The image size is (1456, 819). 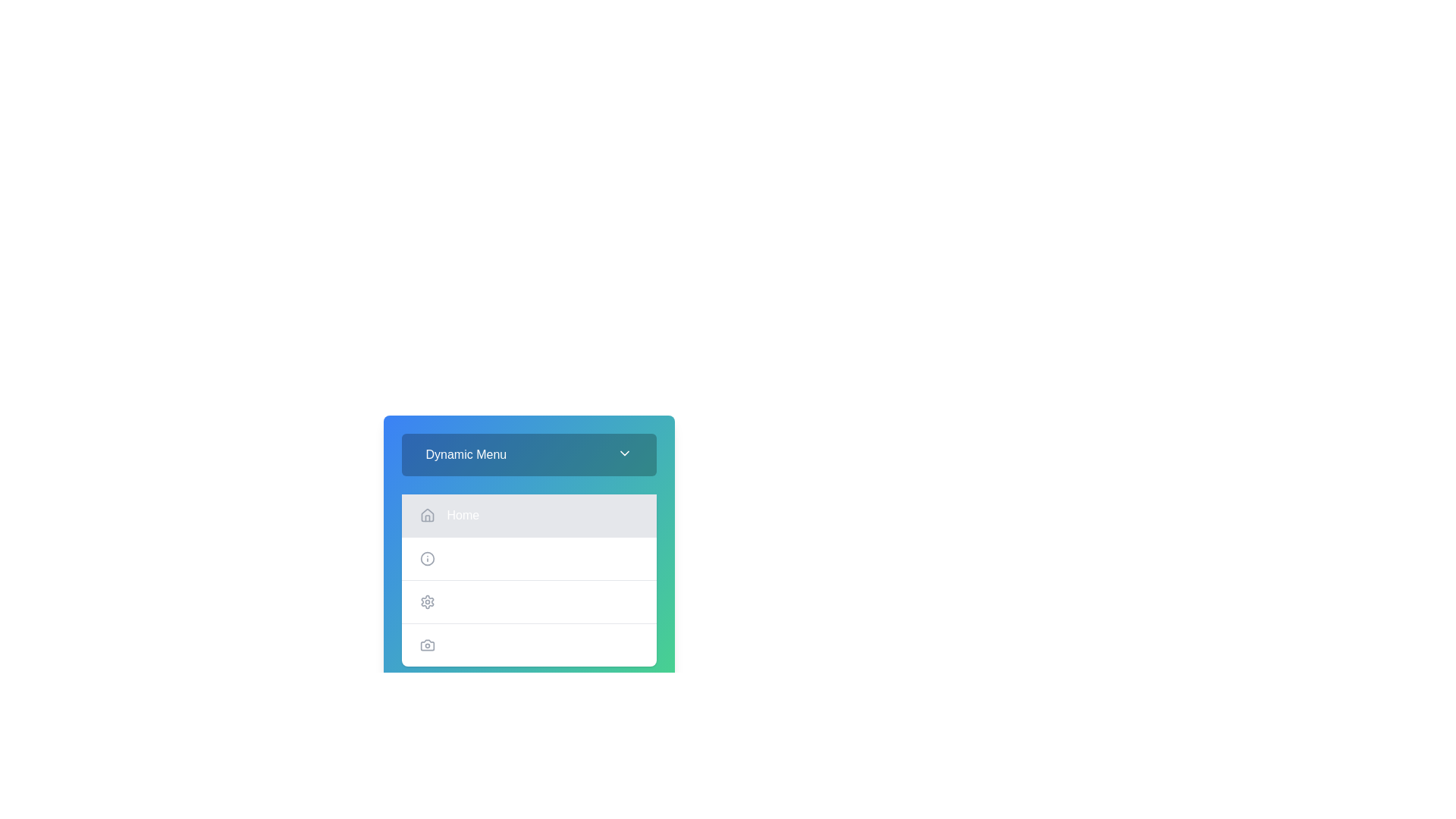 What do you see at coordinates (529, 645) in the screenshot?
I see `the 'Gallery' menu entry, which is the last item in the vertical list of menu options` at bounding box center [529, 645].